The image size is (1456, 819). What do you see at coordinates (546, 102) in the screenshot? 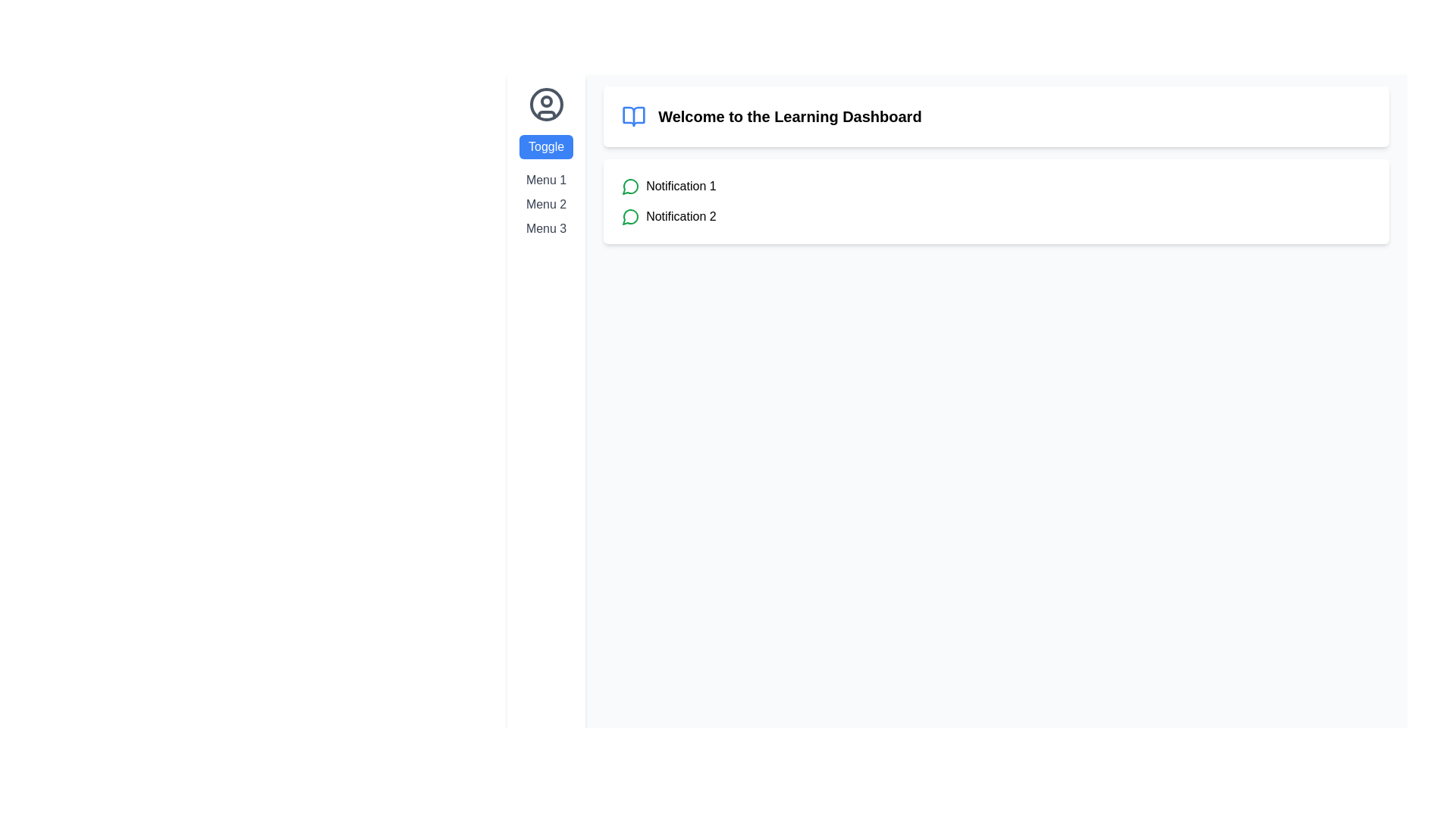
I see `the circular graphical shape that represents the user profile icon, located within the user avatar icon on the left sidebar of the interface` at bounding box center [546, 102].